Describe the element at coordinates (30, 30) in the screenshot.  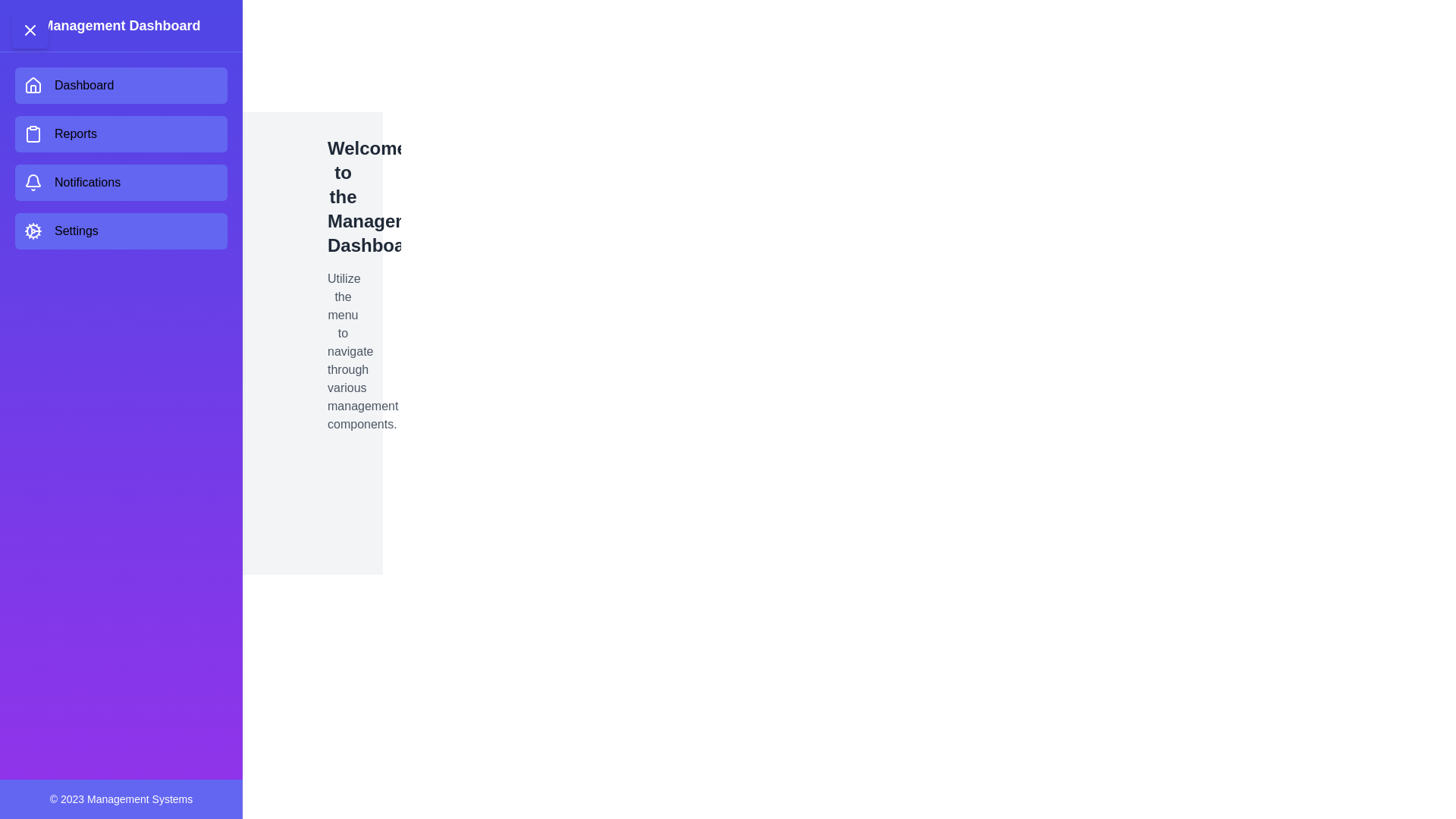
I see `the indigo rounded rectangle button with white text and a cross icon in the top-left corner of the application layout` at that location.